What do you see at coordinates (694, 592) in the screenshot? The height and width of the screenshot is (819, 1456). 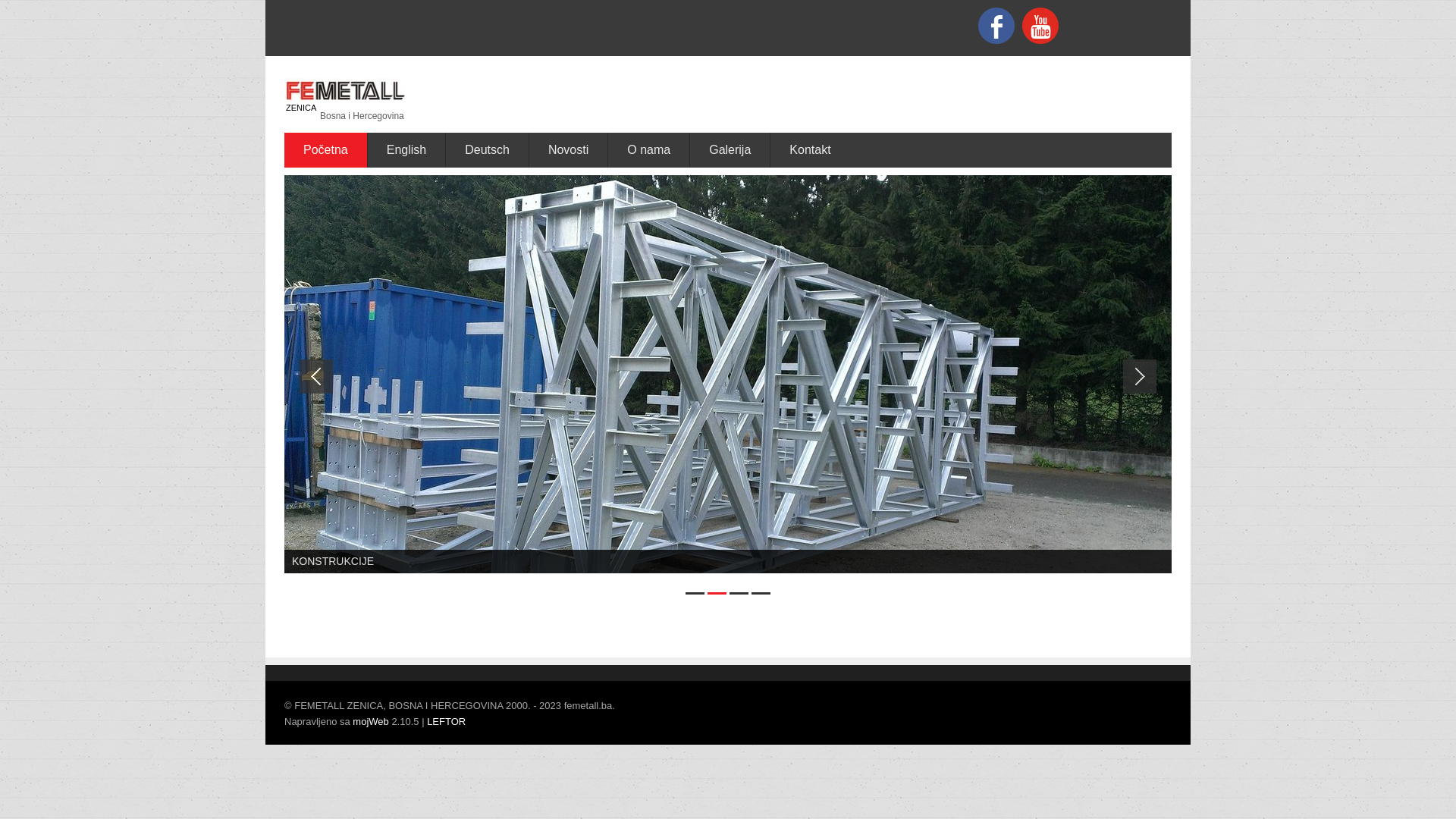 I see `'1'` at bounding box center [694, 592].